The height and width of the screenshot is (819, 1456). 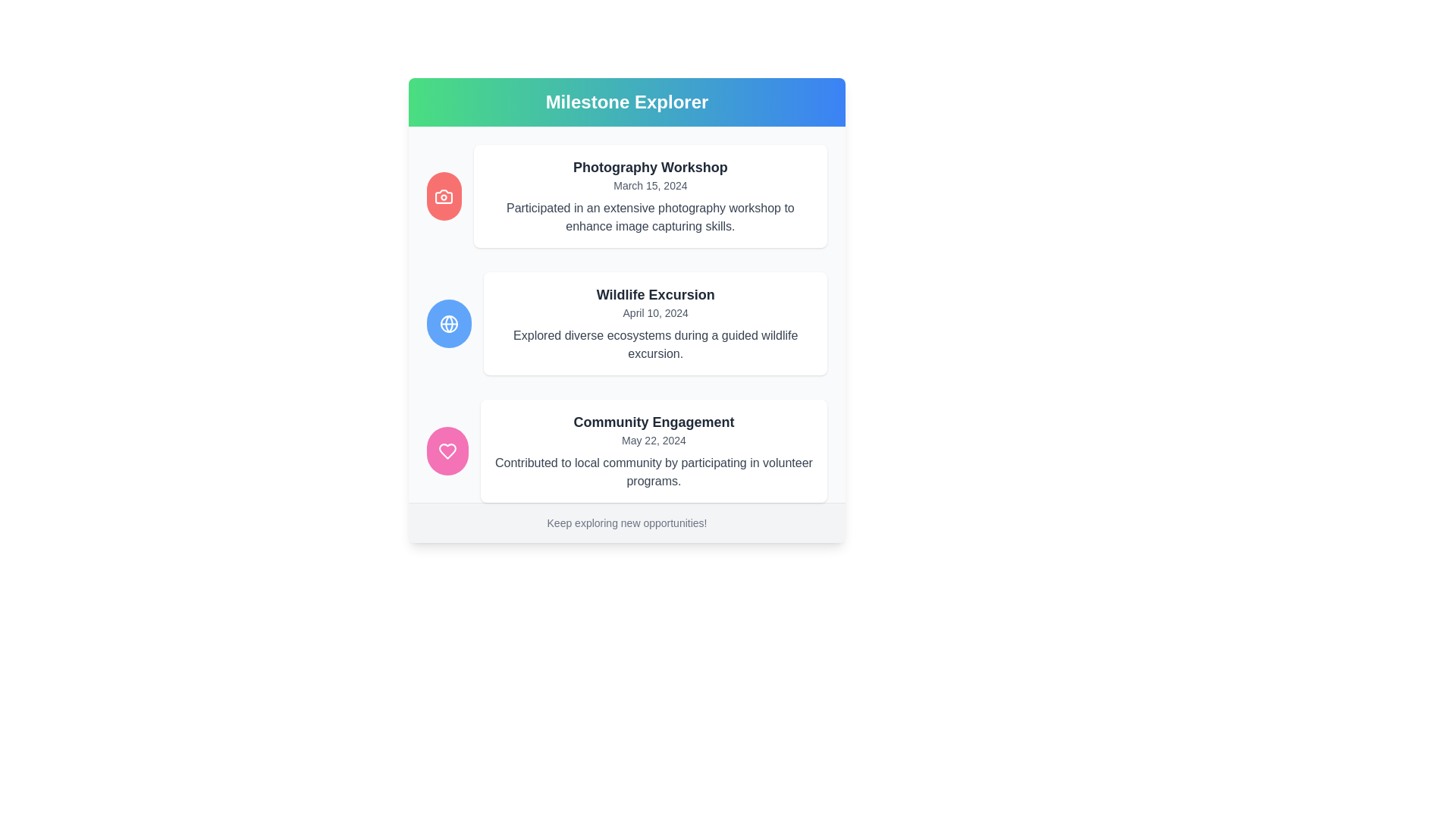 What do you see at coordinates (443, 195) in the screenshot?
I see `the circular icon with a red background and white camera symbol` at bounding box center [443, 195].